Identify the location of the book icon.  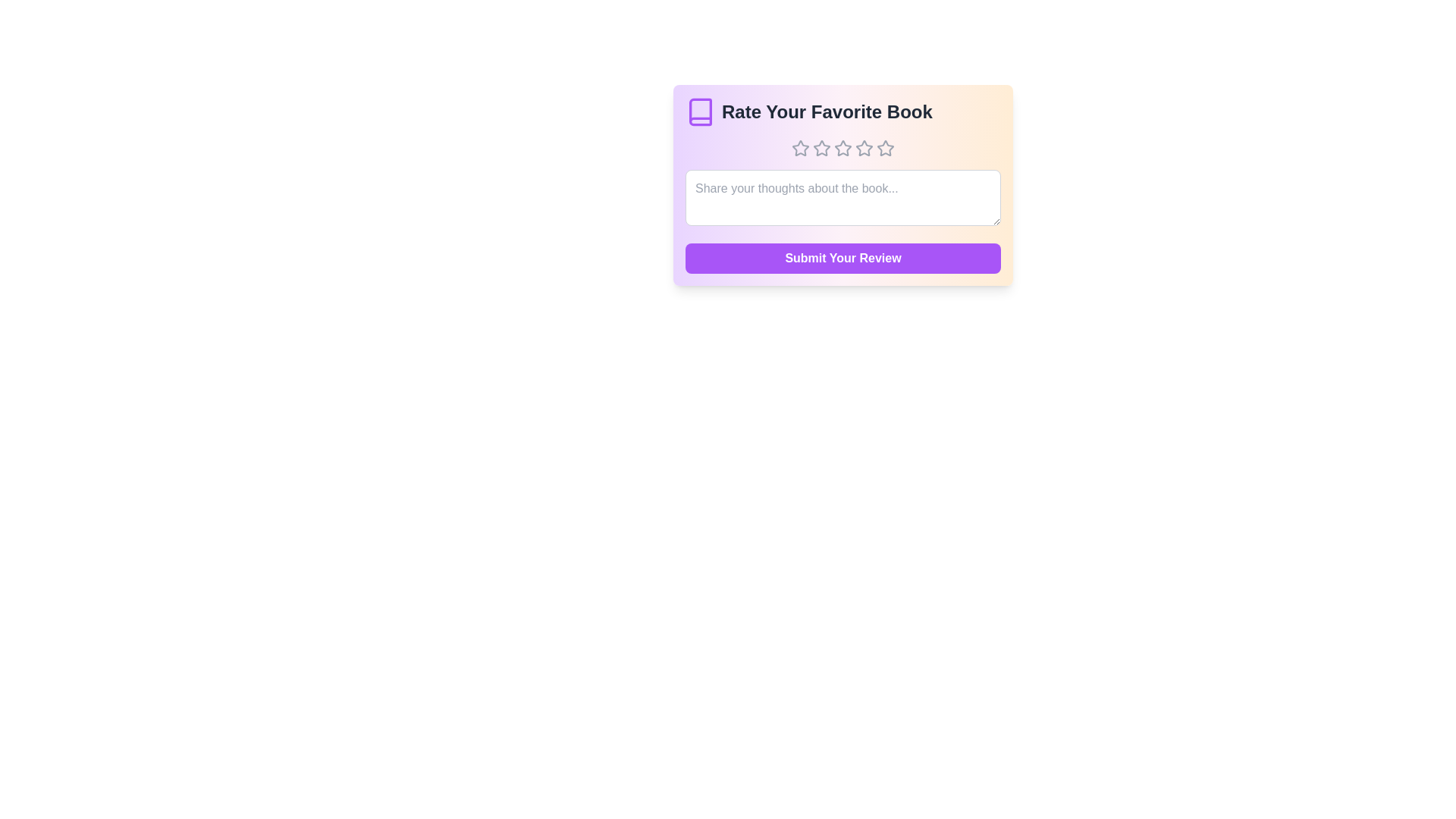
(700, 111).